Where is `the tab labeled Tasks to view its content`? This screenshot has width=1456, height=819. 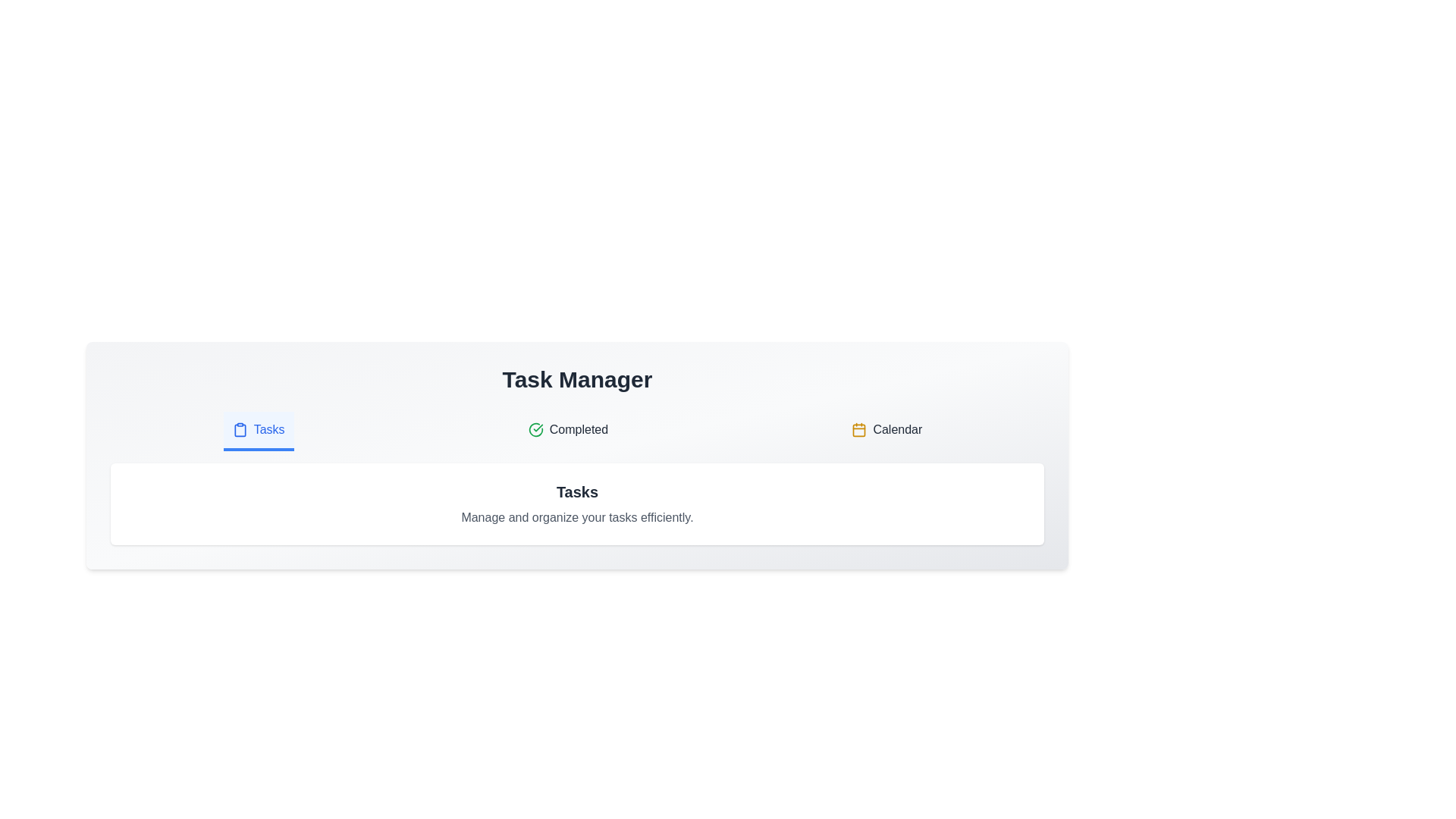 the tab labeled Tasks to view its content is located at coordinates (258, 431).